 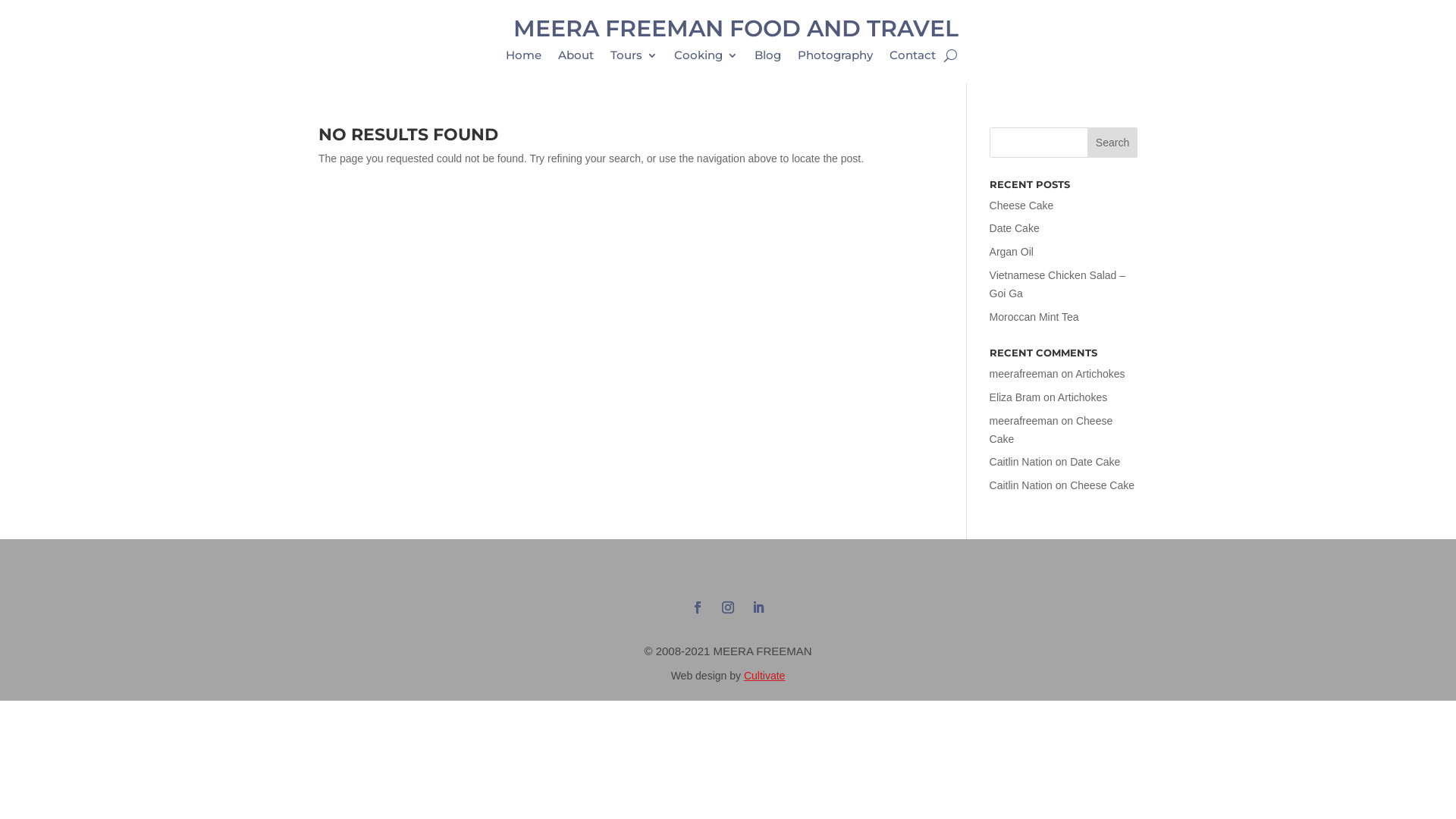 I want to click on 'Home', so click(x=523, y=58).